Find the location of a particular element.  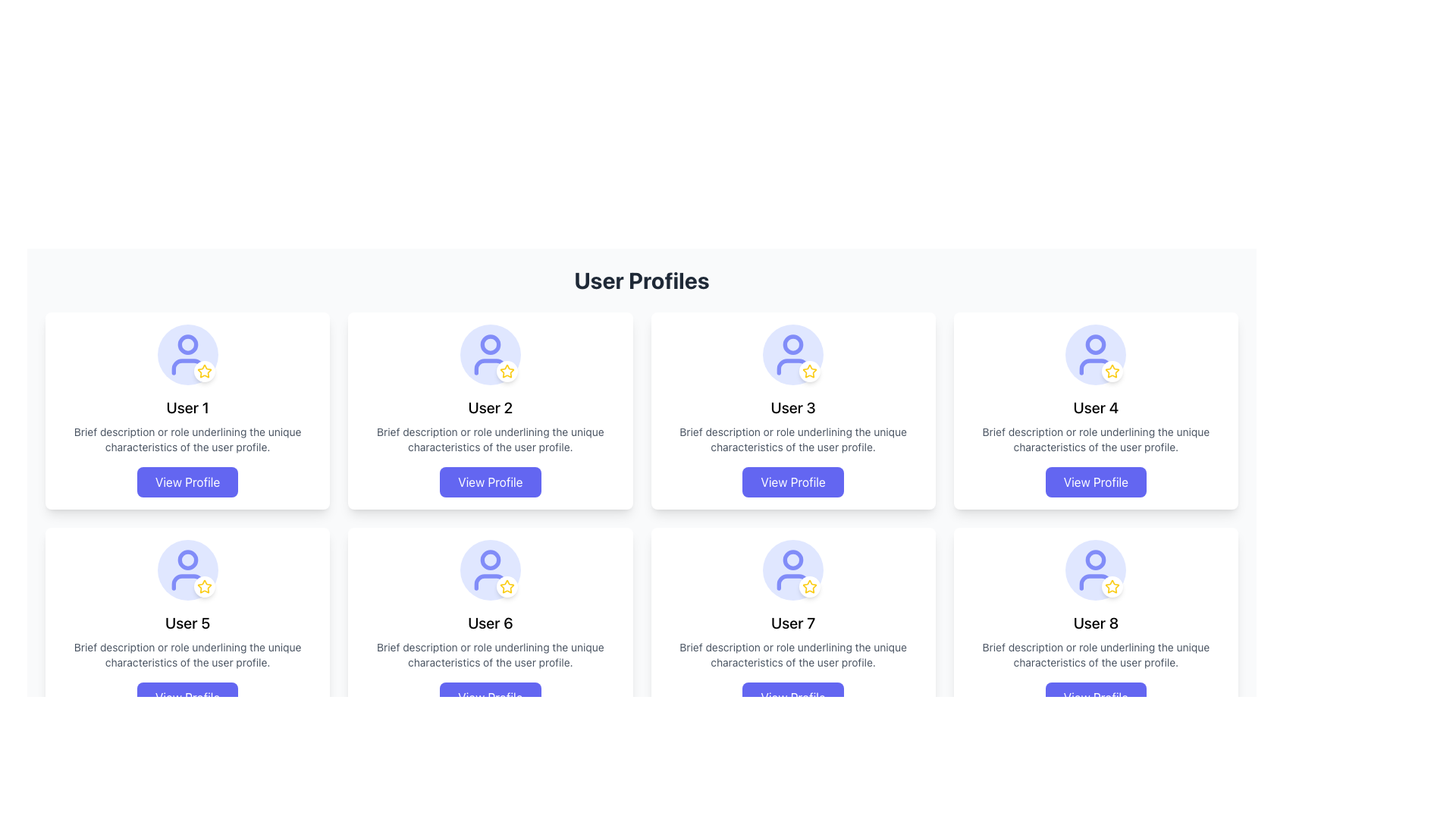

the decorative star icon indicating user 5's special status, located at the bottom-right corner of the user's avatar is located at coordinates (203, 586).